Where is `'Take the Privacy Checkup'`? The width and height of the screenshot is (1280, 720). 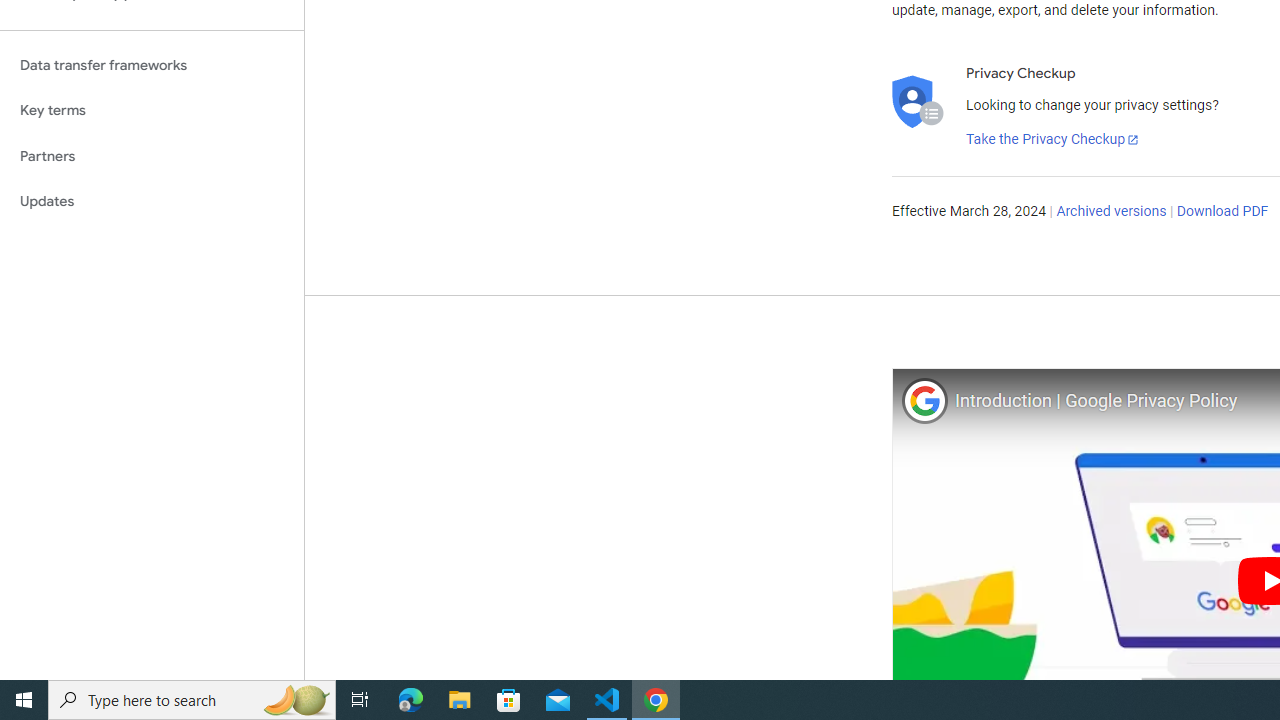 'Take the Privacy Checkup' is located at coordinates (1052, 139).